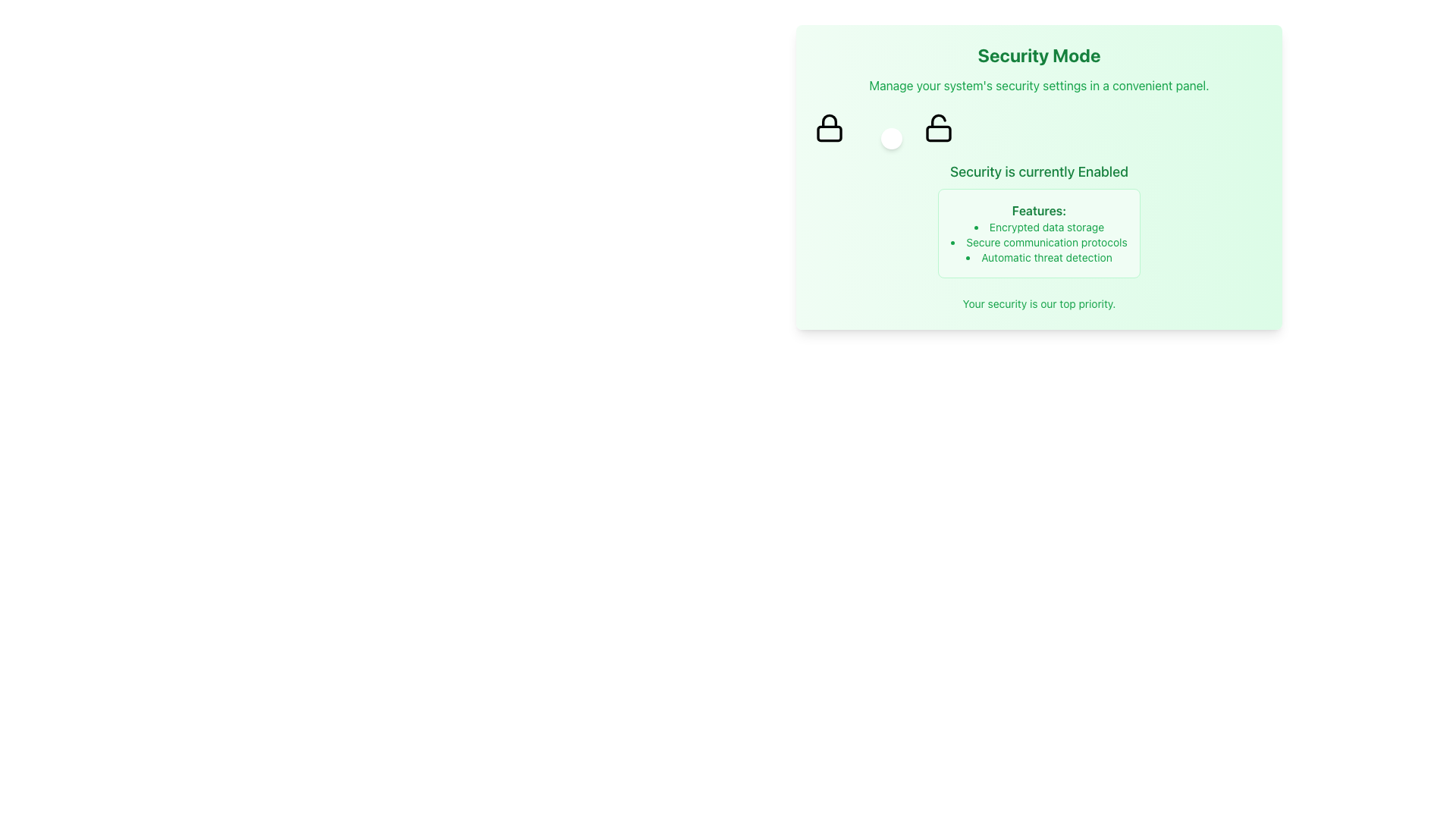 The width and height of the screenshot is (1456, 819). I want to click on the Informational box with a light green background, rounded corners, and a green border that contains the heading 'Features:' and a bulleted list styled in green text, so click(1038, 234).